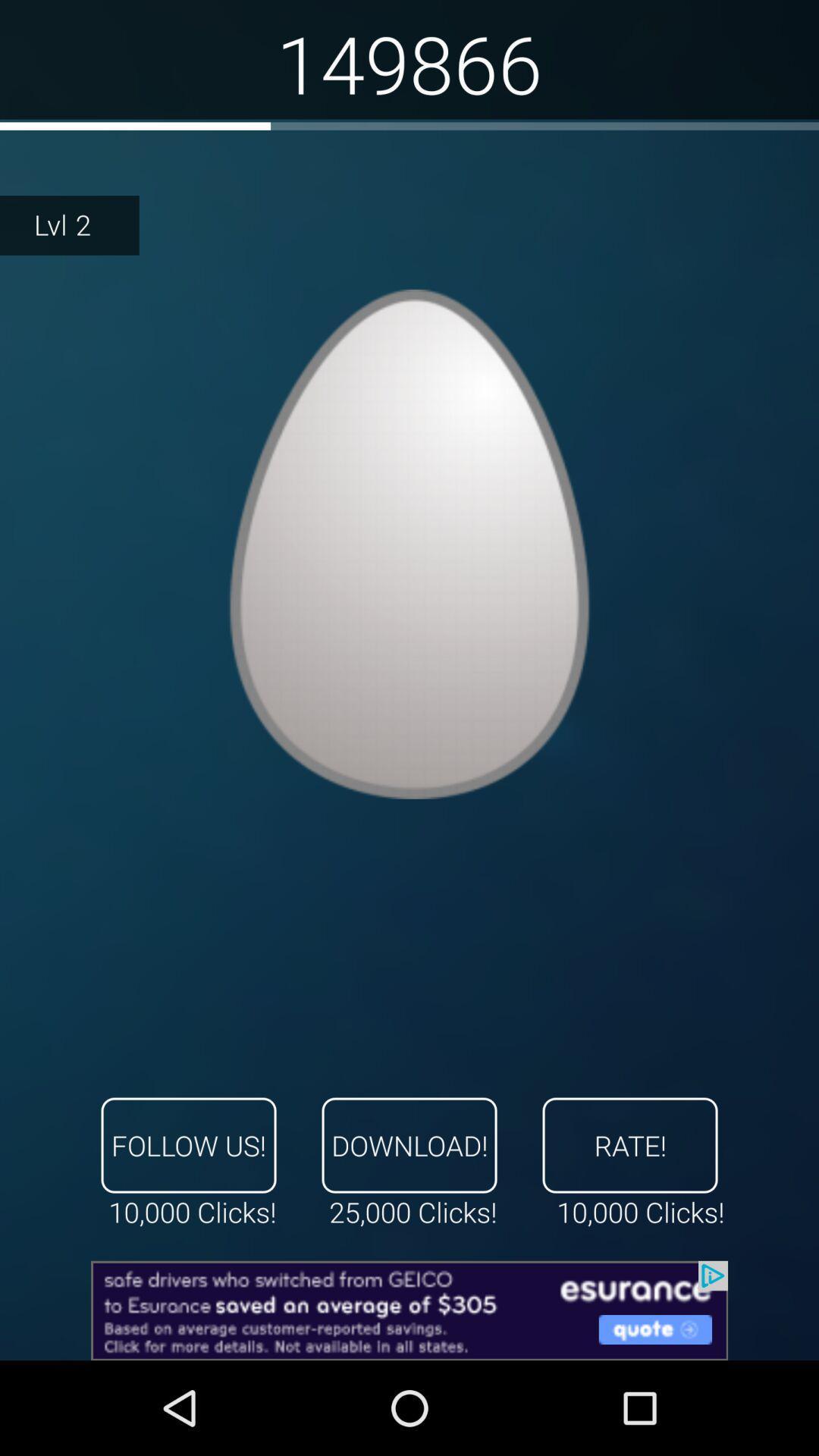  What do you see at coordinates (409, 1310) in the screenshot?
I see `click advertisement` at bounding box center [409, 1310].